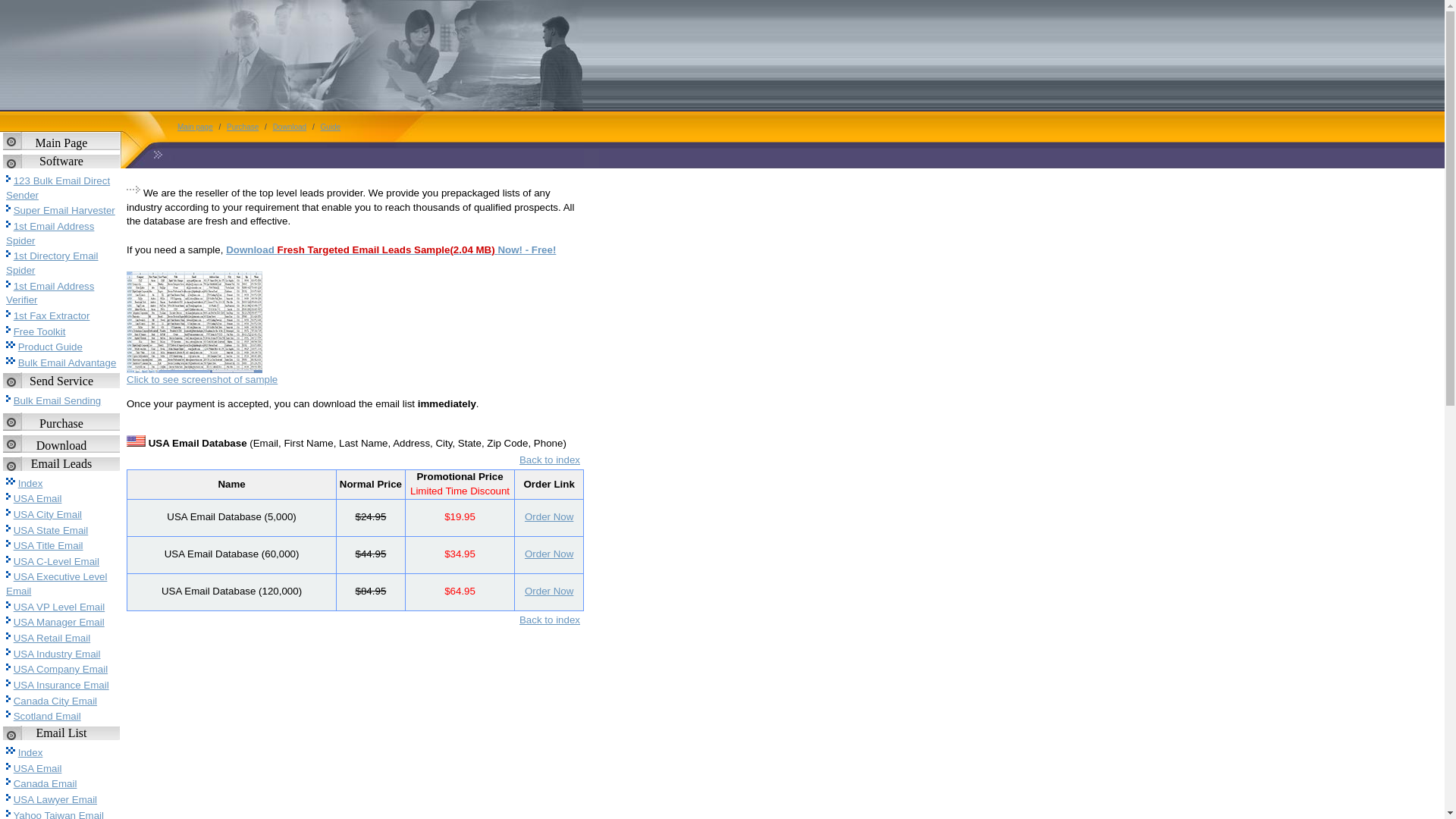  Describe the element at coordinates (39, 331) in the screenshot. I see `'Free Toolkit'` at that location.